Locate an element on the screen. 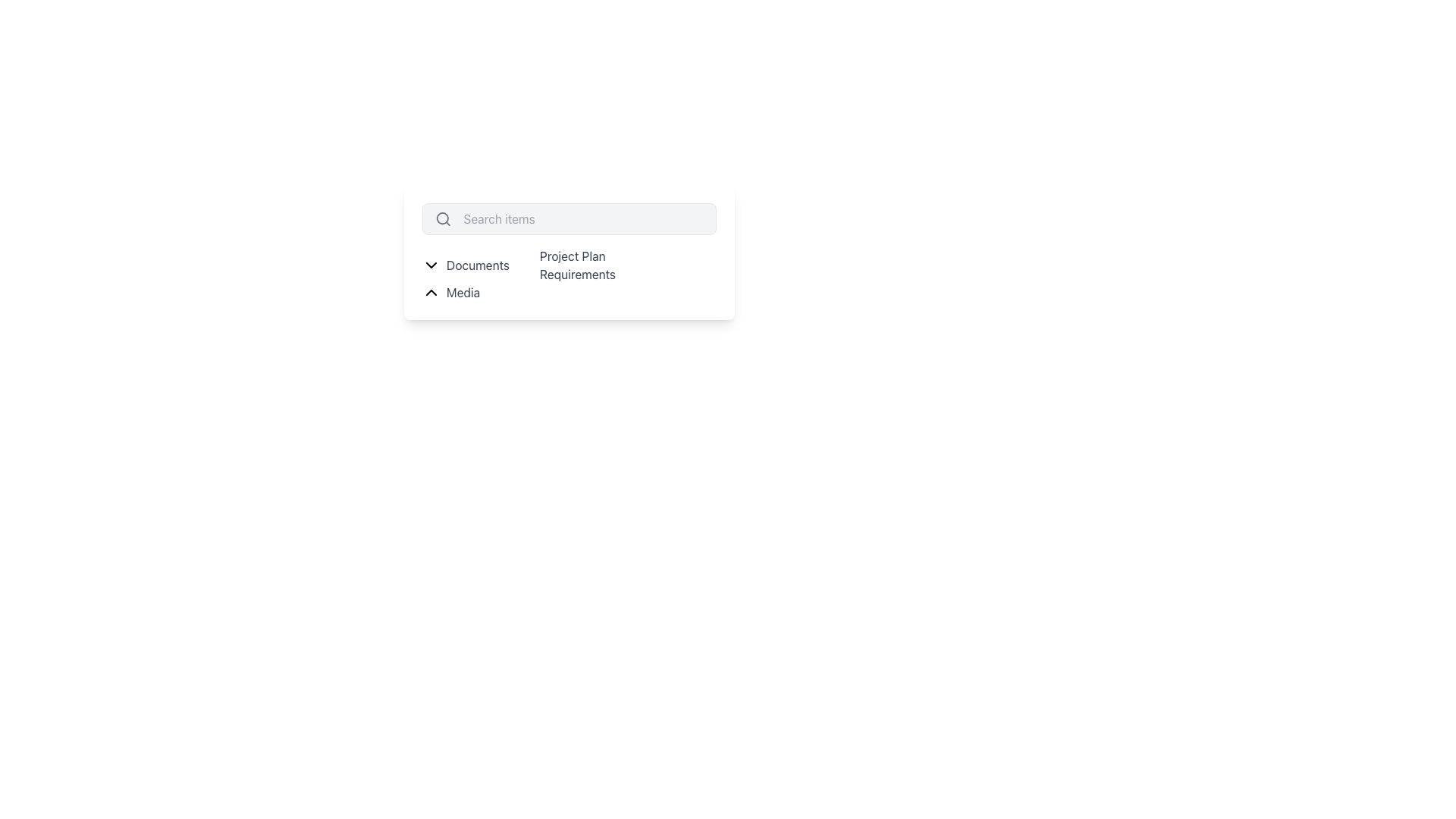 Image resolution: width=1456 pixels, height=819 pixels. the downward-pointing chevron icon next to the 'Documents' label is located at coordinates (431, 265).